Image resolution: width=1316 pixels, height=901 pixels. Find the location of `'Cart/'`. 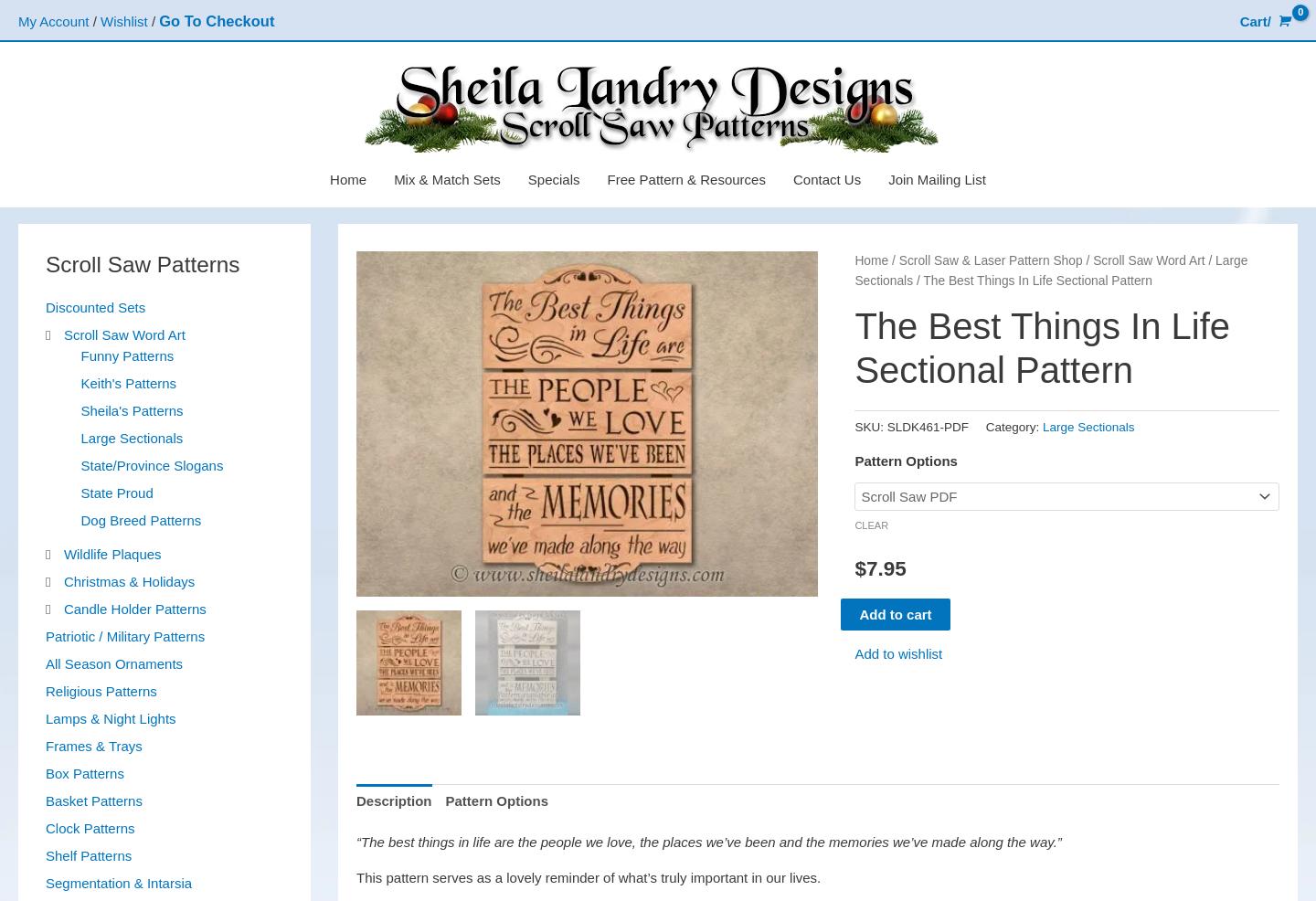

'Cart/' is located at coordinates (1238, 20).